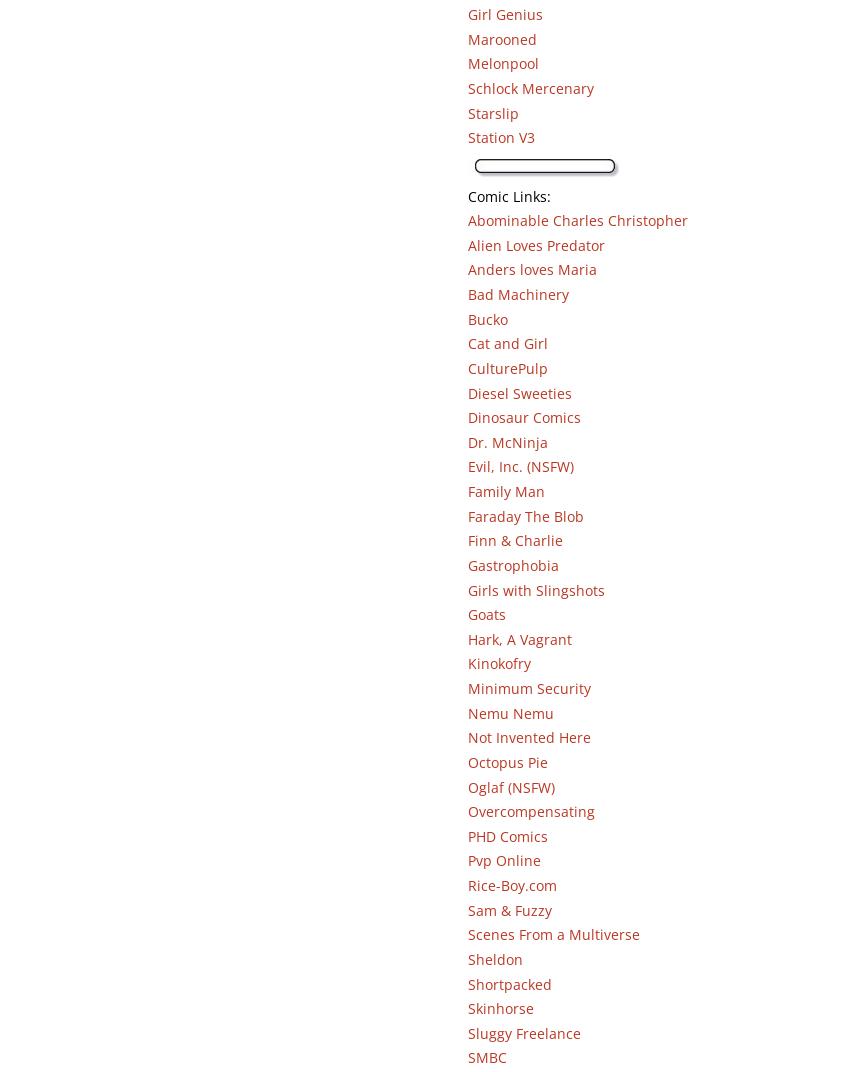  Describe the element at coordinates (513, 539) in the screenshot. I see `'Finn & Charlie'` at that location.